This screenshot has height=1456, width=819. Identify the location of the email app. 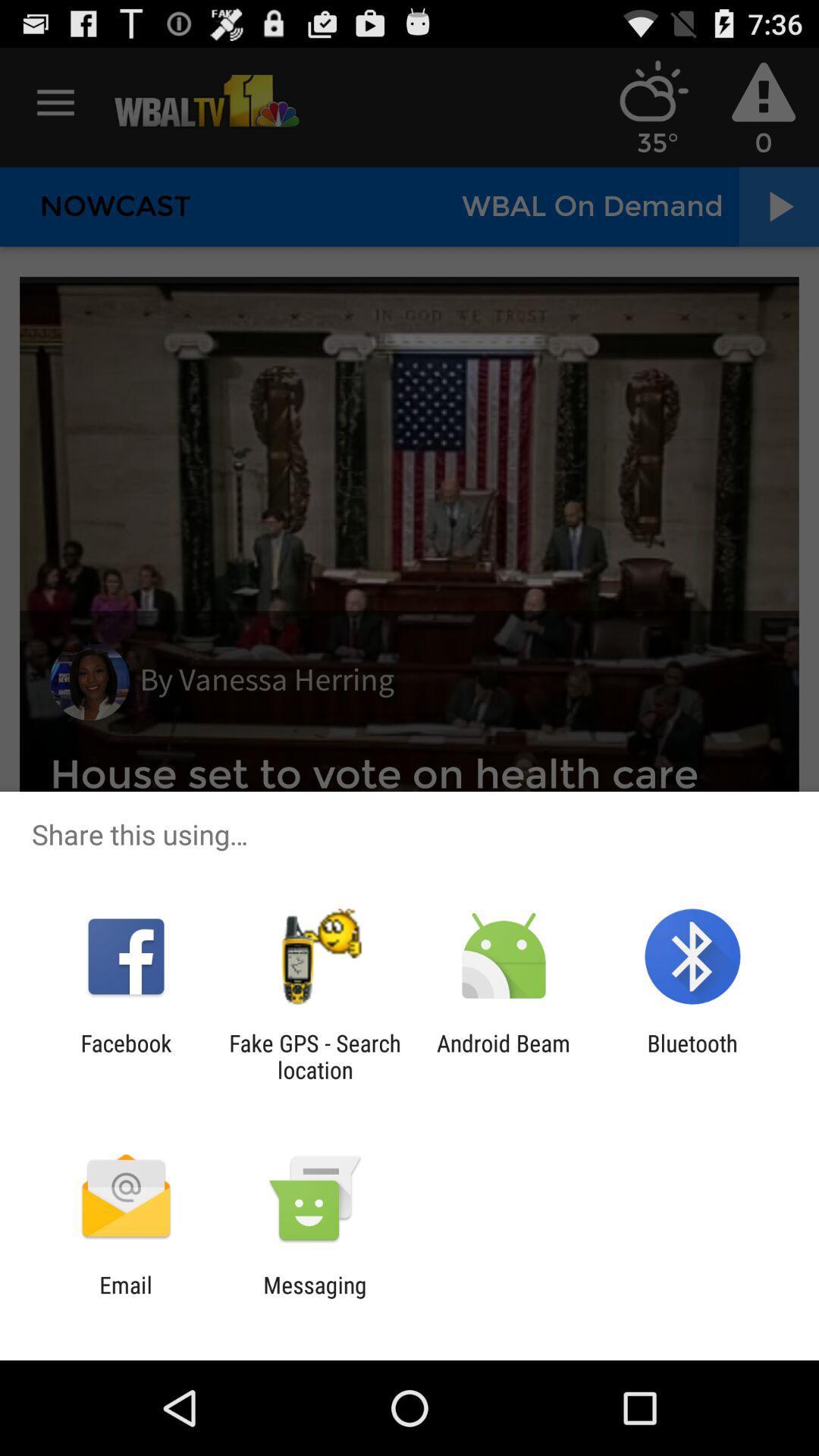
(125, 1298).